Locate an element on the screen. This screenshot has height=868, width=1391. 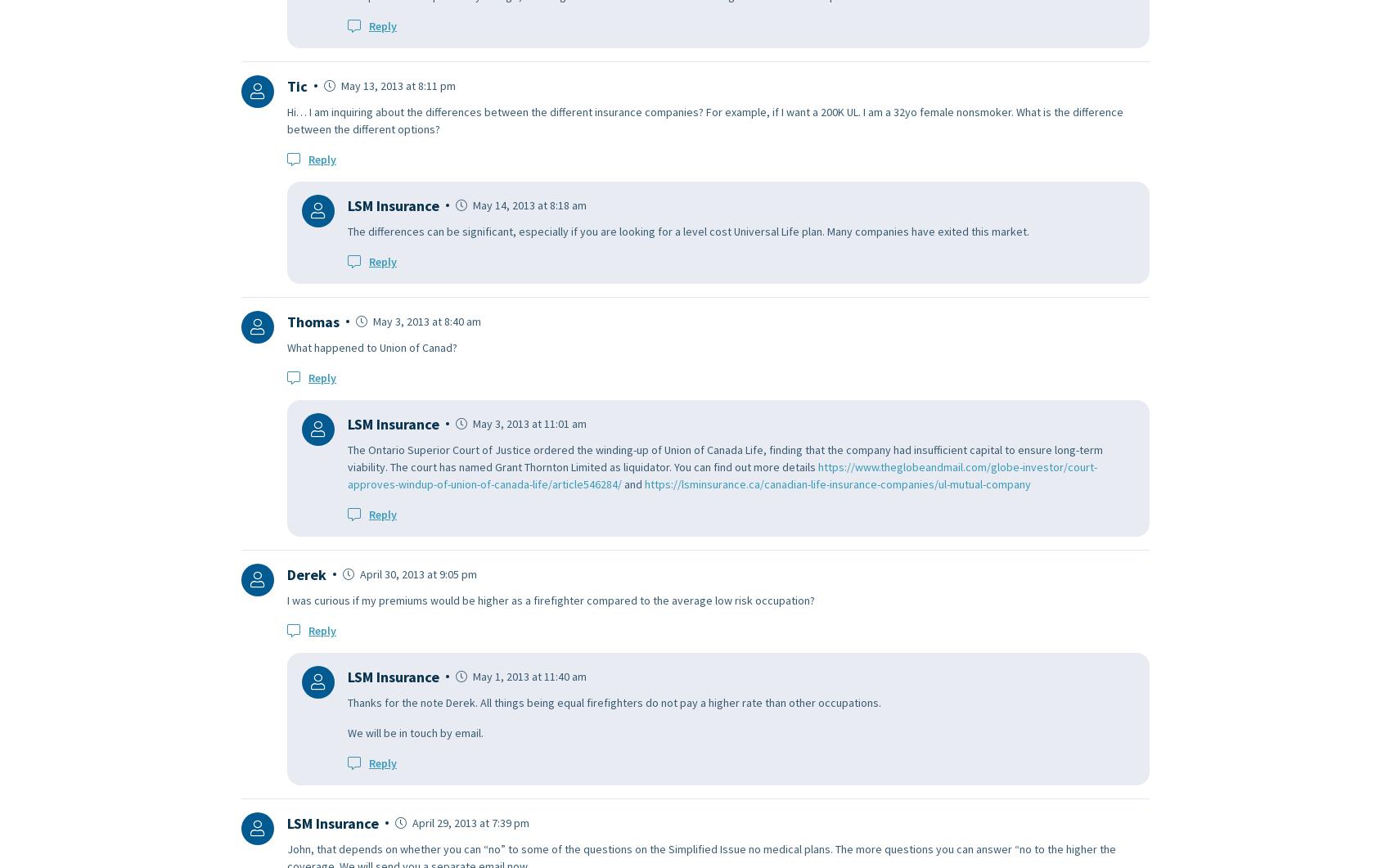
'We will be in touch by email.' is located at coordinates (415, 731).